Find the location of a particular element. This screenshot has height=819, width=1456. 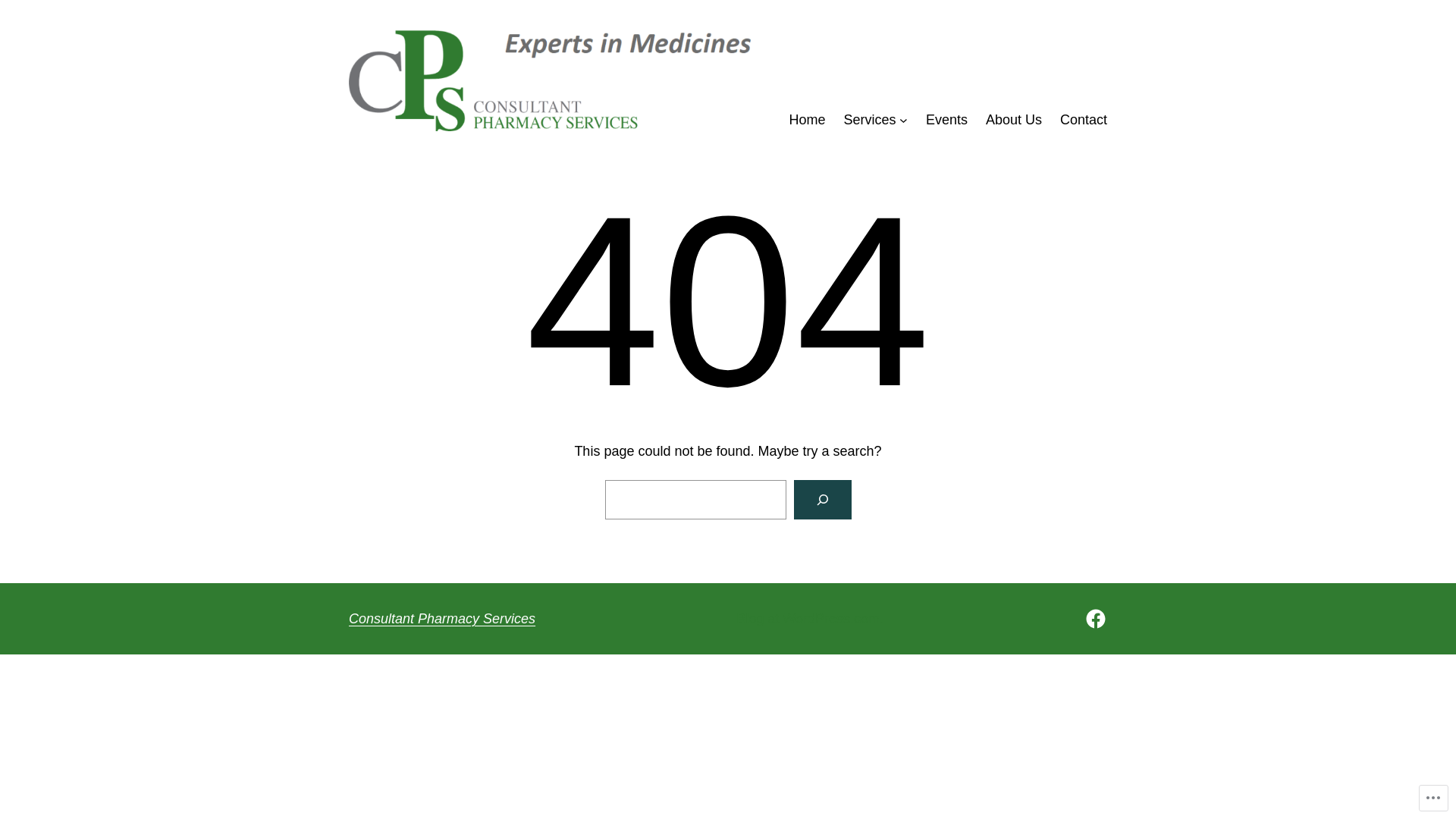

'Events' is located at coordinates (946, 119).